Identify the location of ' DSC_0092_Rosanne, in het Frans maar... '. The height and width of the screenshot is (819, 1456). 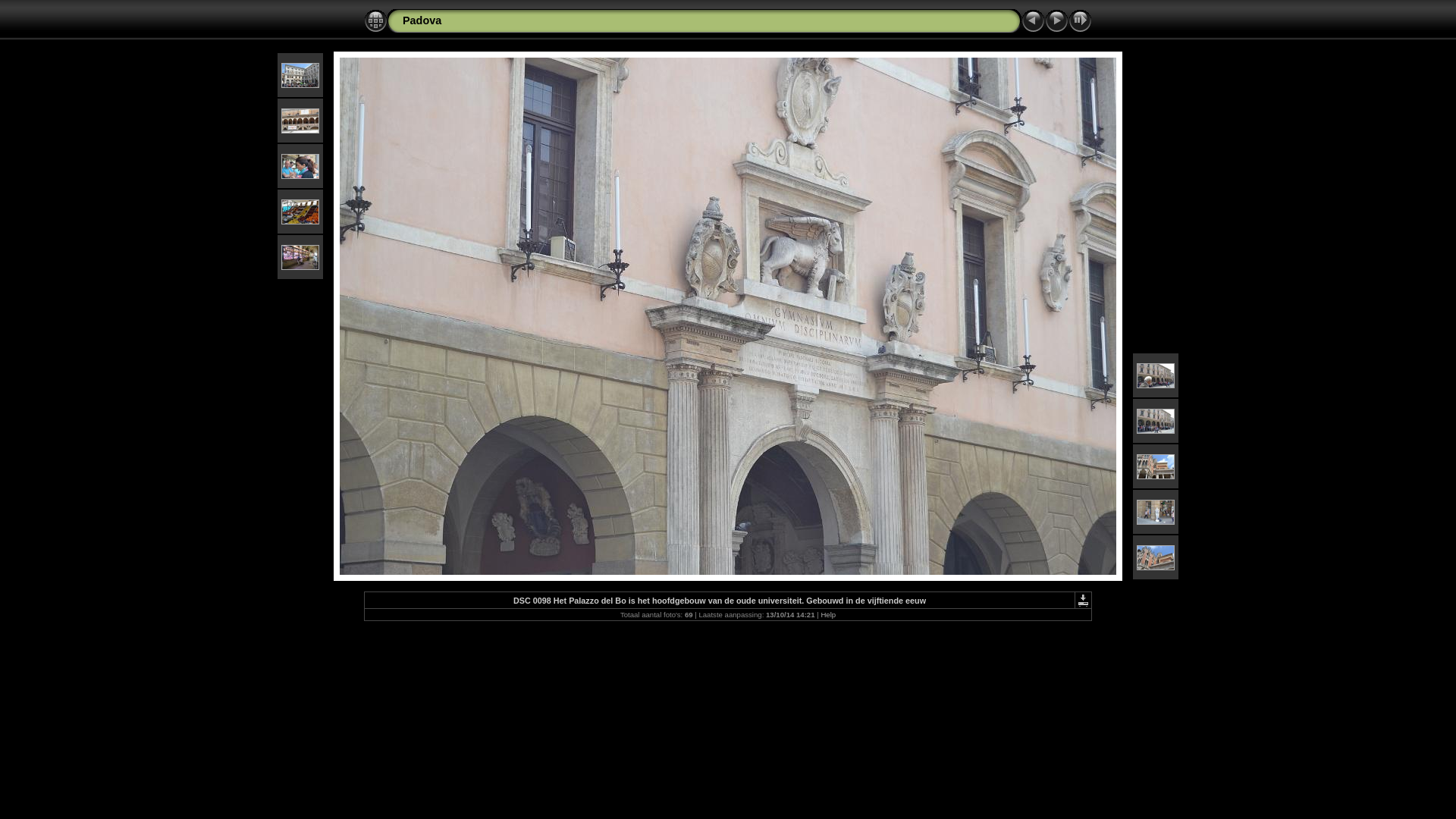
(300, 165).